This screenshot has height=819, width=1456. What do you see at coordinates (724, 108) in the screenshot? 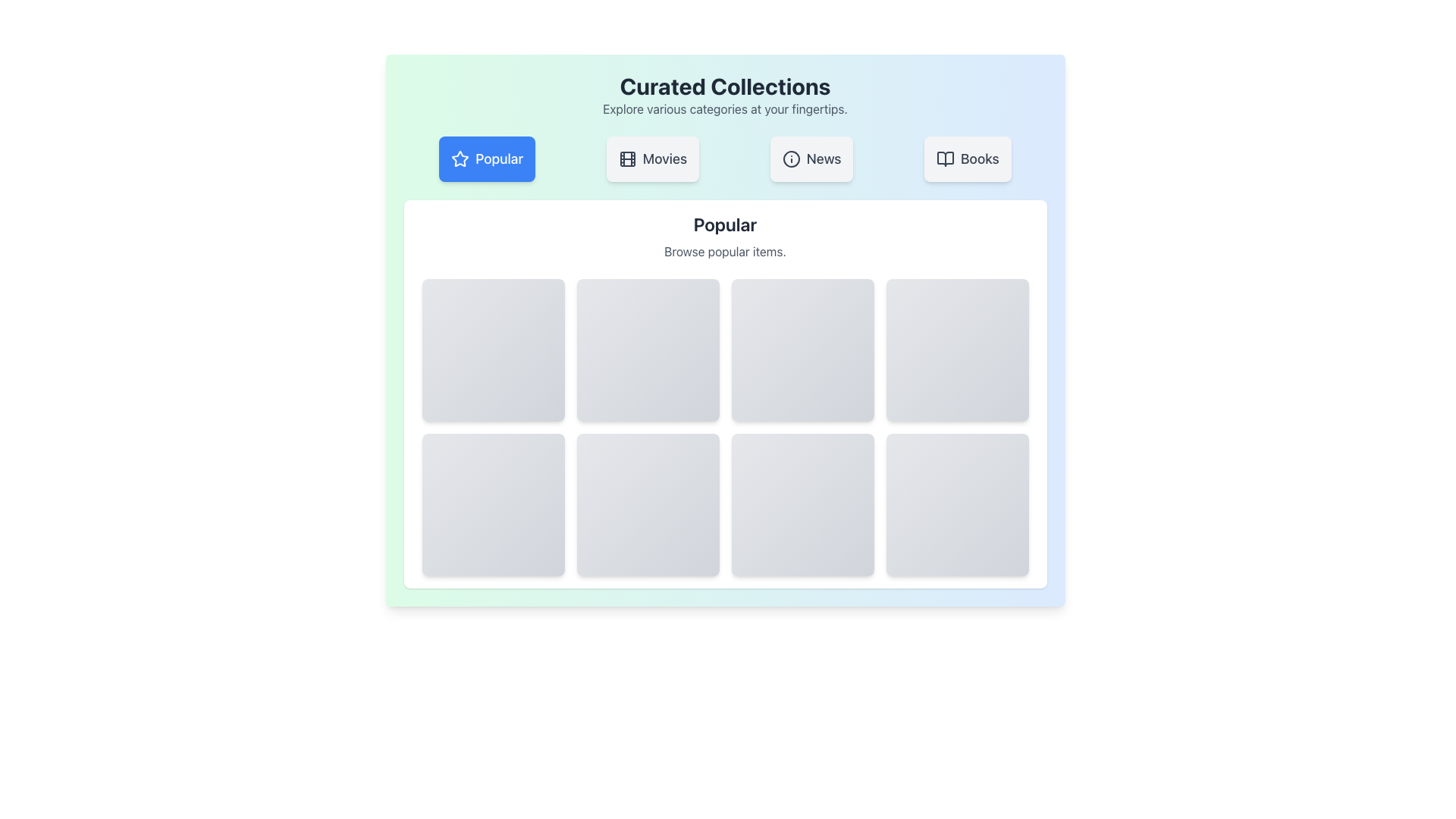
I see `descriptive text label located centrally beneath the 'Curated Collections' element in the interface` at bounding box center [724, 108].